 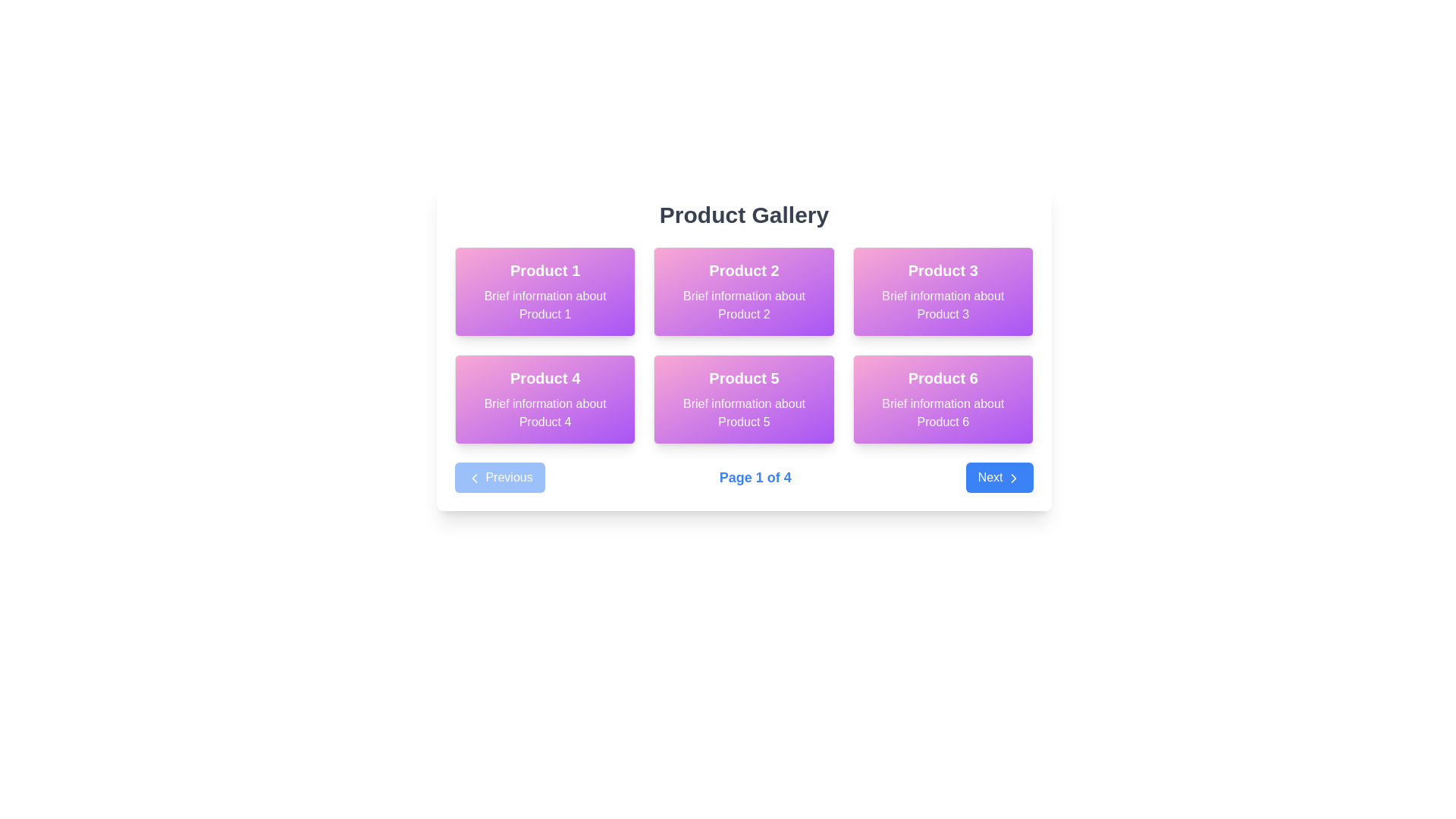 What do you see at coordinates (545, 305) in the screenshot?
I see `text block displaying 'Brief information about Product 1', which is styled with white text on a gradient purple-pink background and located below the heading 'Product 1' in the first product card of the 'Product Gallery'` at bounding box center [545, 305].